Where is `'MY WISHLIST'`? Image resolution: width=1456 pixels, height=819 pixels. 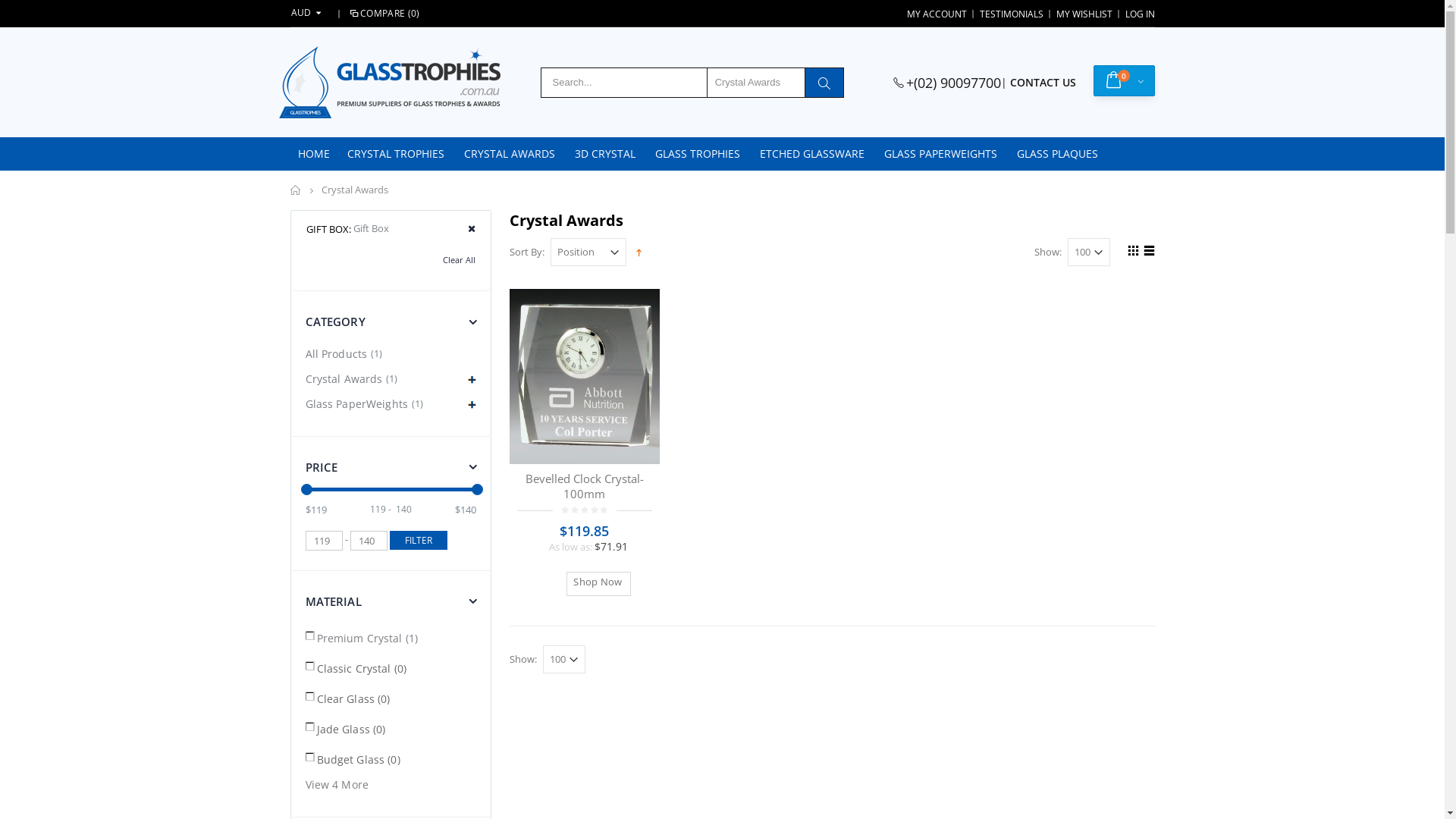
'MY WISHLIST' is located at coordinates (1083, 14).